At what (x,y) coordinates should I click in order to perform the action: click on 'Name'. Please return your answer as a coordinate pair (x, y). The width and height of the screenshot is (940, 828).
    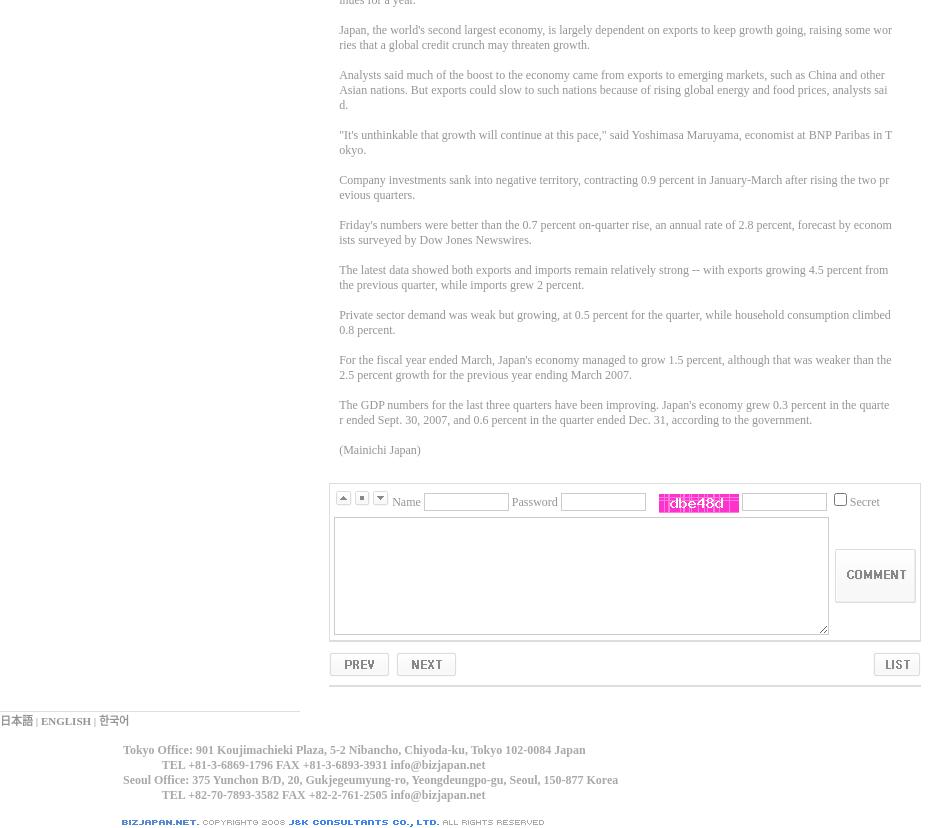
    Looking at the image, I should click on (405, 502).